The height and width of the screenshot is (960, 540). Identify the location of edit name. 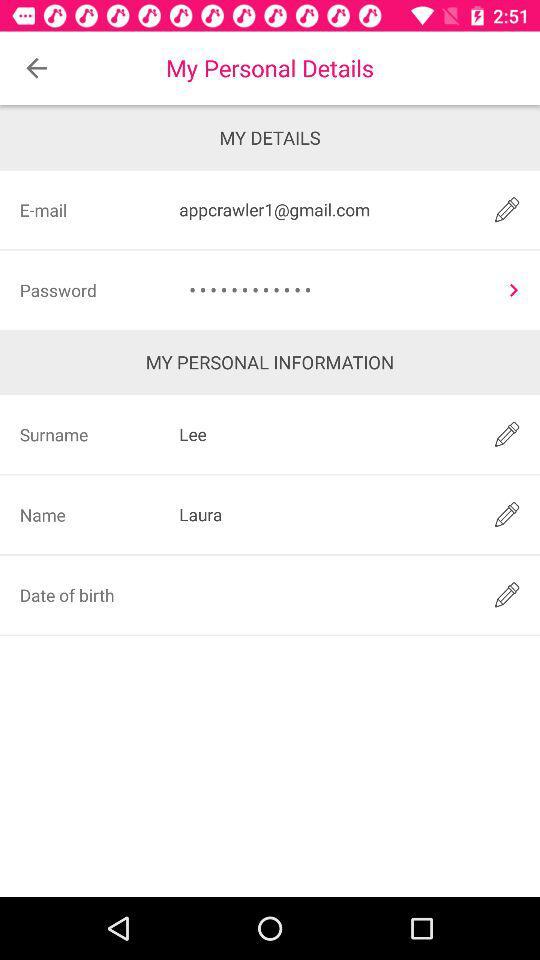
(507, 513).